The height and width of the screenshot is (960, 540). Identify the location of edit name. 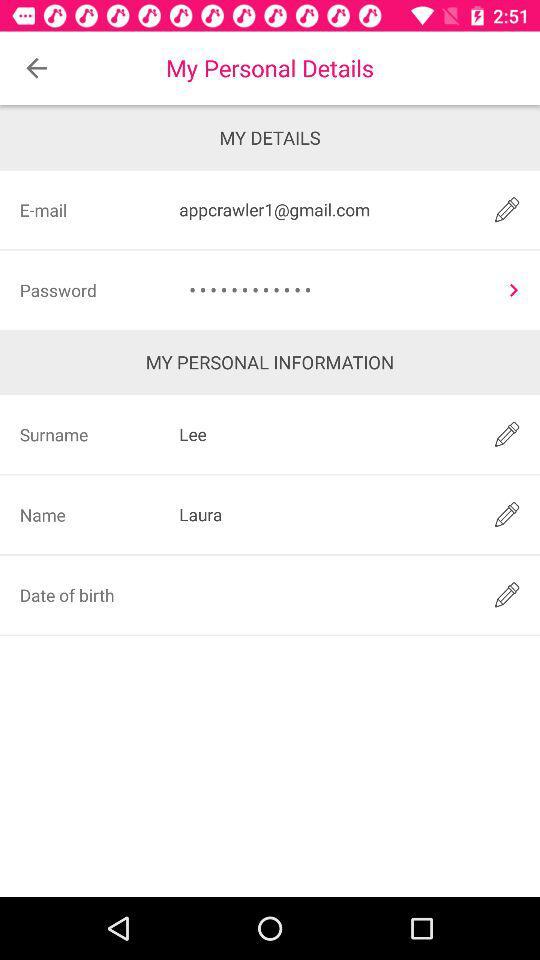
(507, 513).